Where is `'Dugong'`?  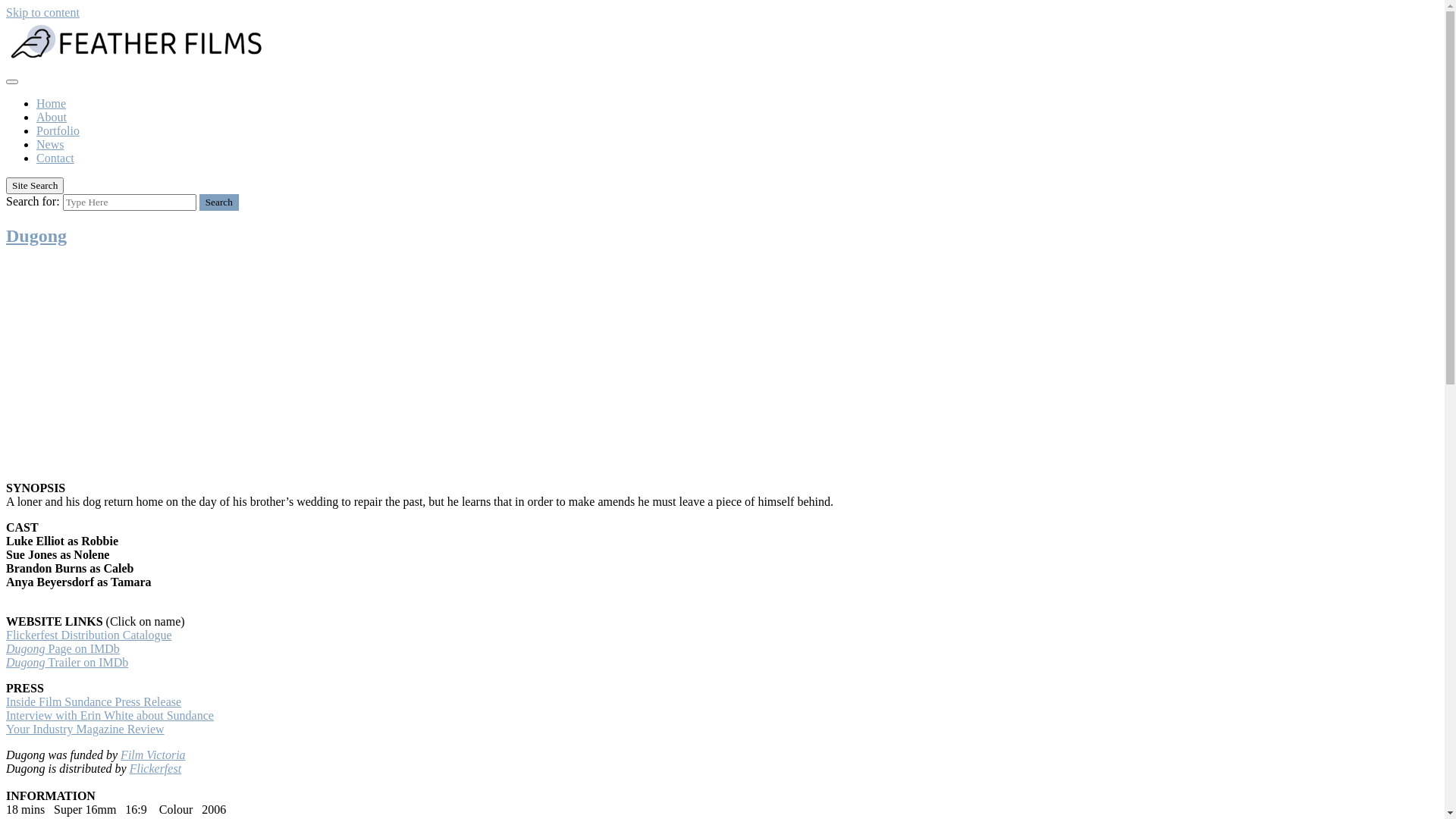 'Dugong' is located at coordinates (6, 236).